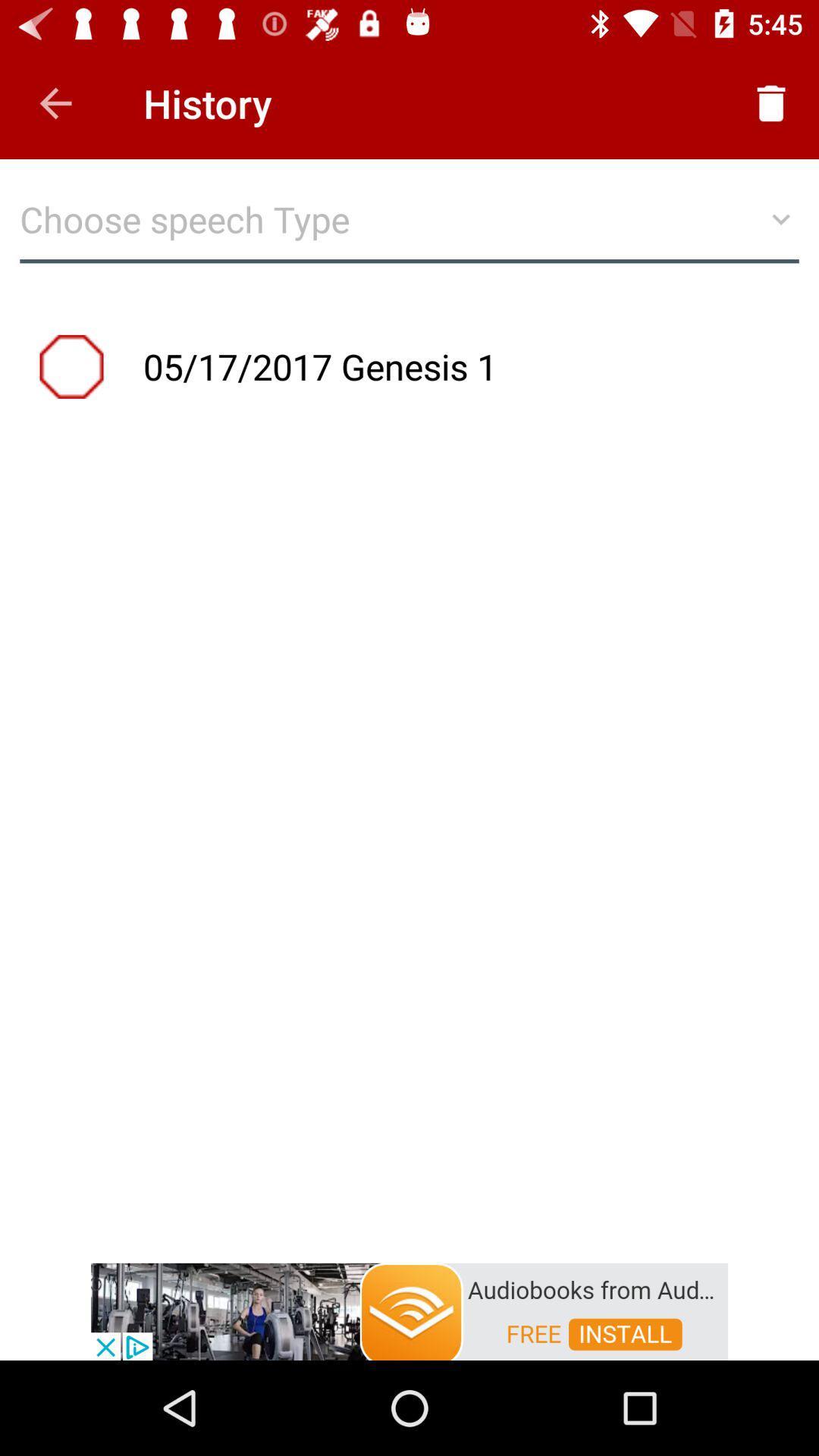 This screenshot has height=1456, width=819. What do you see at coordinates (409, 226) in the screenshot?
I see `speech type dropdown list` at bounding box center [409, 226].